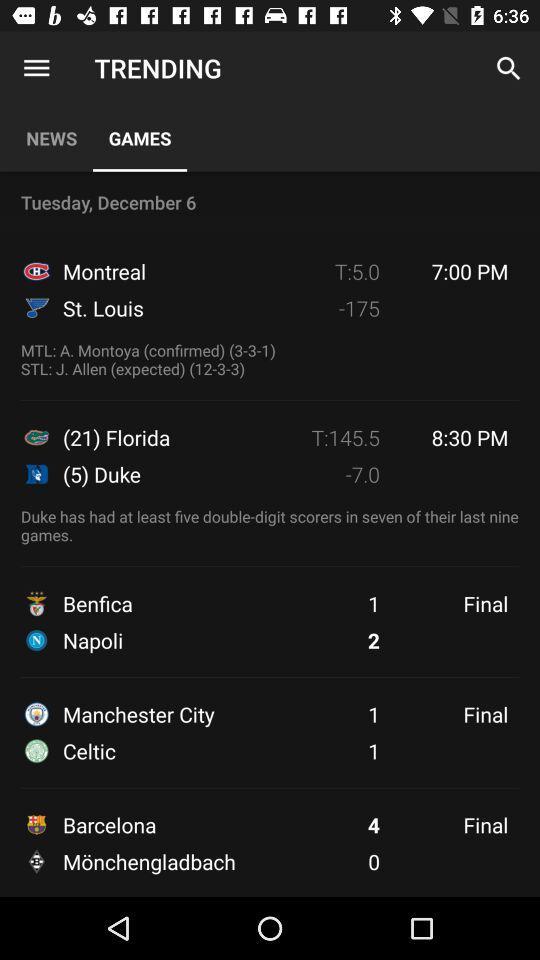 The height and width of the screenshot is (960, 540). I want to click on icon to the left of games item, so click(36, 68).